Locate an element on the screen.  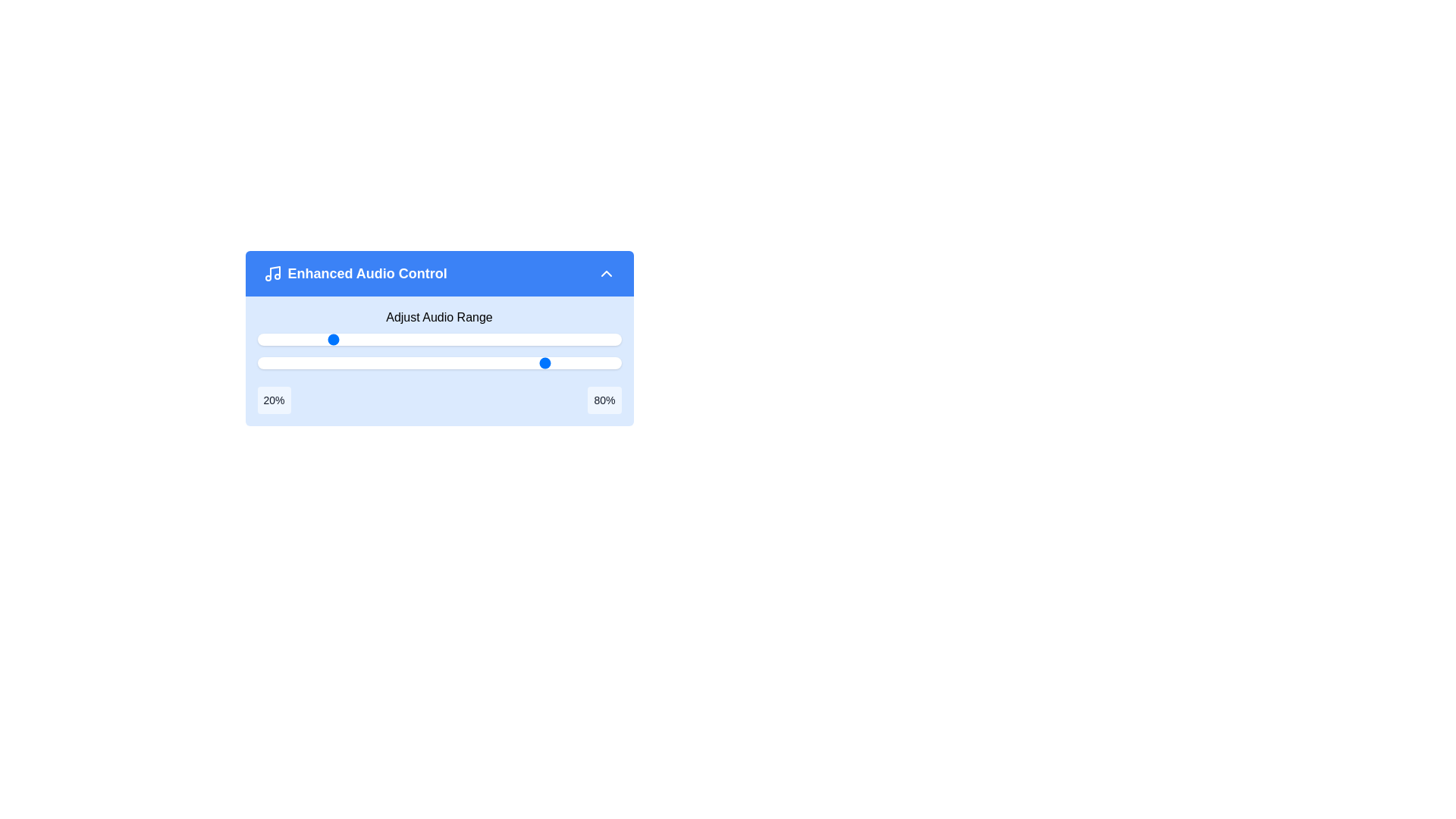
the music note icon with a white color and blue background, located in the top-left corner of the 'Enhanced Audio Control' interface is located at coordinates (272, 274).